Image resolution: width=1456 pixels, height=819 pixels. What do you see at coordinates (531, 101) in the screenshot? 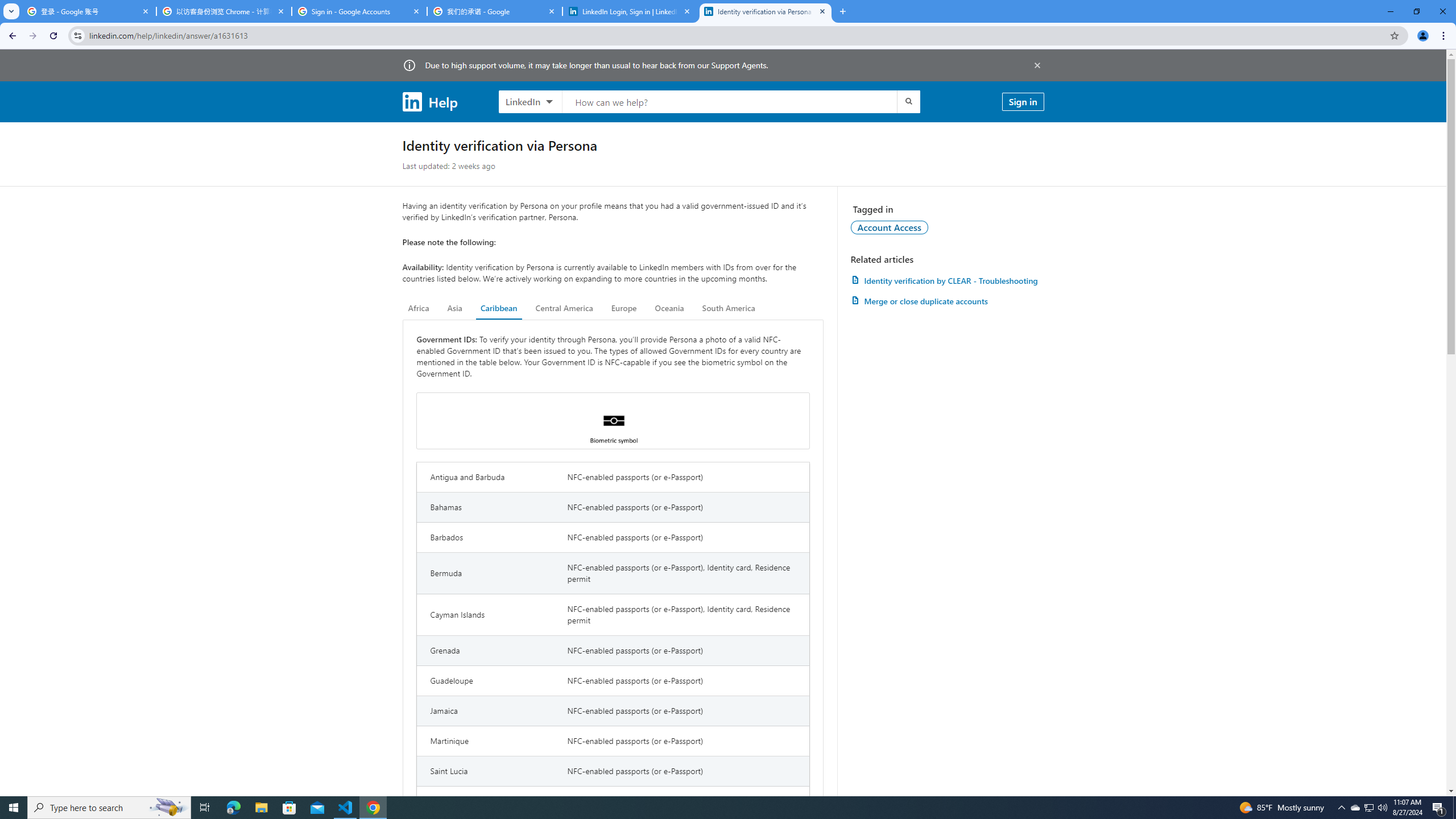
I see `'LinkedIn products to search, LinkedIn selected'` at bounding box center [531, 101].